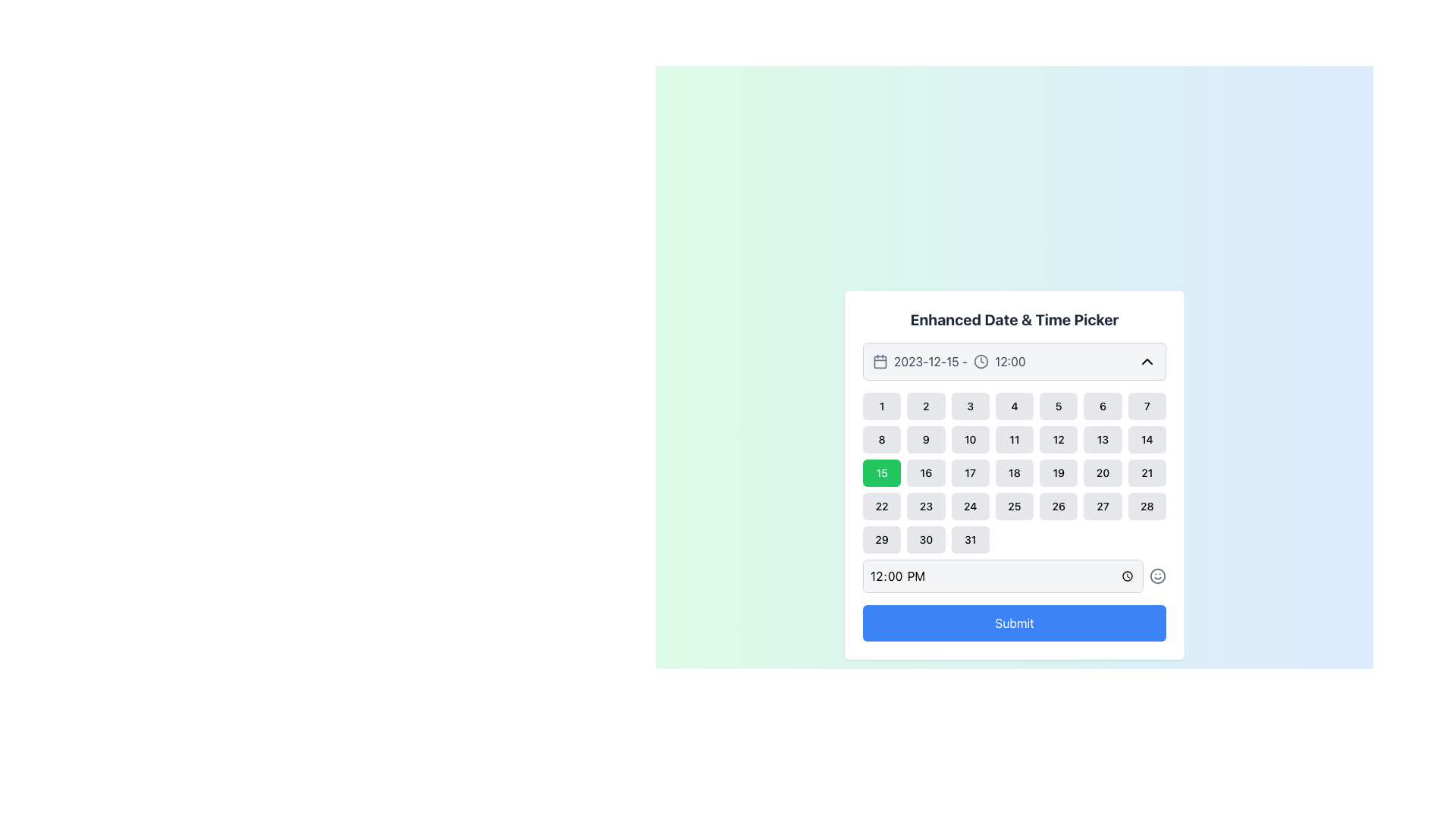 Image resolution: width=1456 pixels, height=819 pixels. What do you see at coordinates (925, 439) in the screenshot?
I see `the rounded rectangular gray button labeled '9' in the second row and second column of the calendar grid` at bounding box center [925, 439].